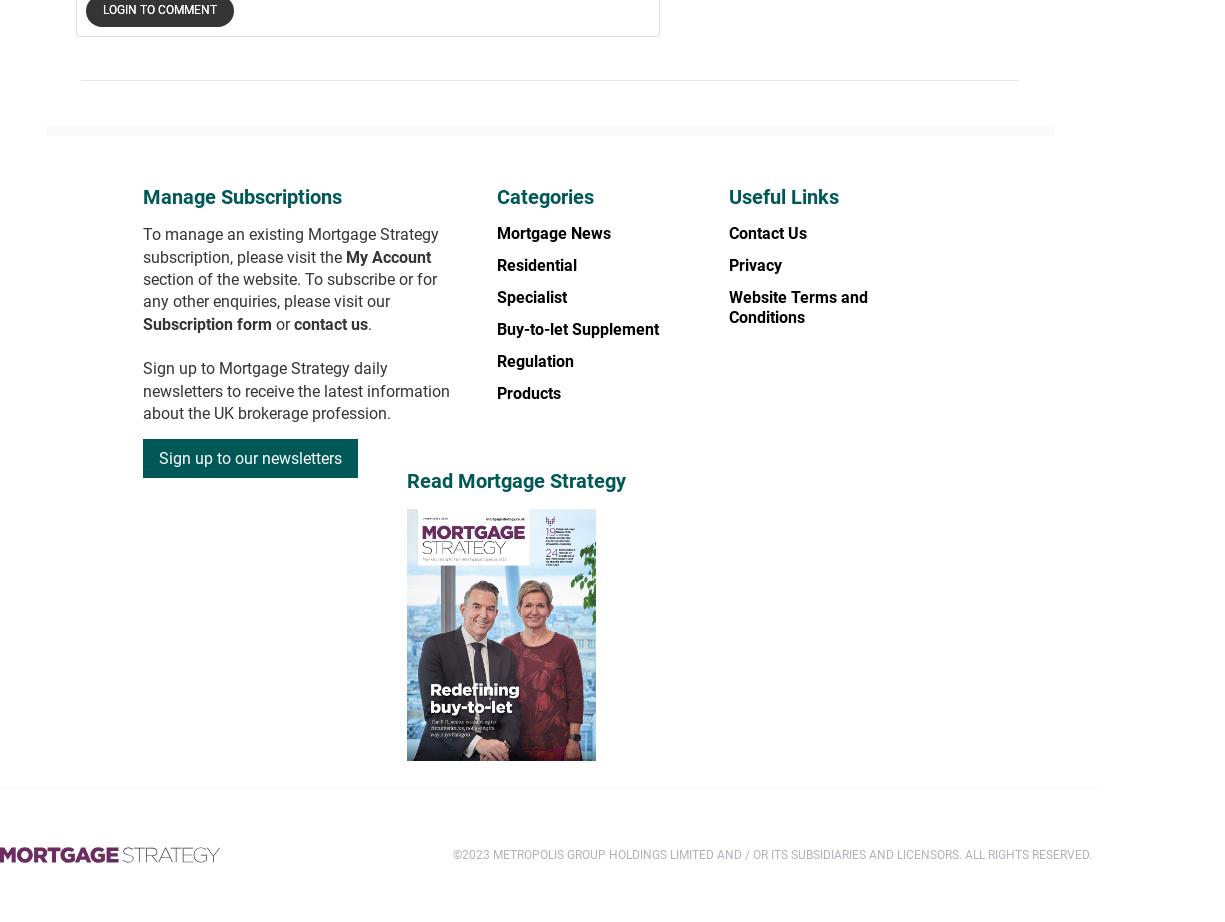  What do you see at coordinates (784, 196) in the screenshot?
I see `'Useful Links'` at bounding box center [784, 196].